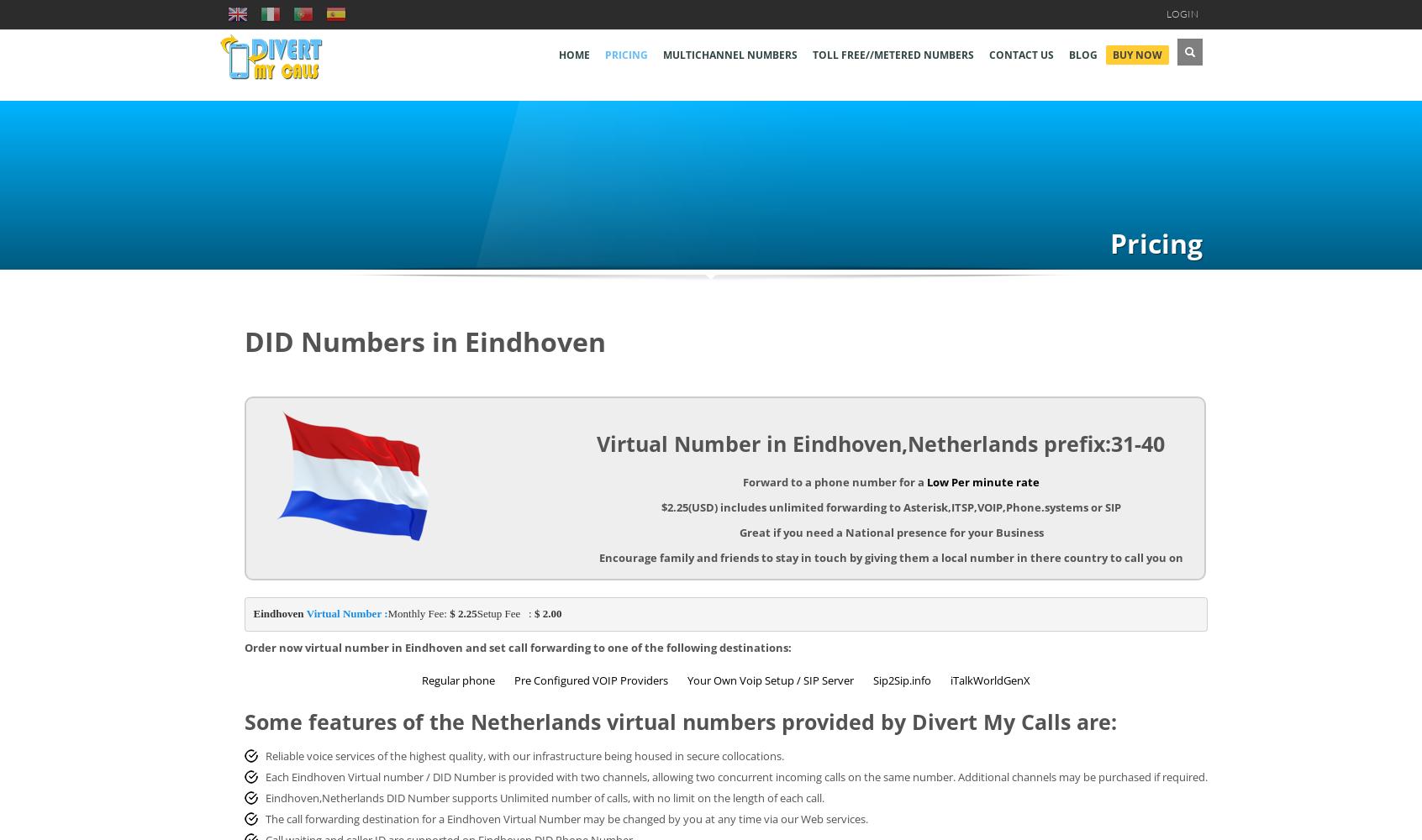 The width and height of the screenshot is (1422, 840). What do you see at coordinates (691, 720) in the screenshot?
I see `'virtual numbers'` at bounding box center [691, 720].